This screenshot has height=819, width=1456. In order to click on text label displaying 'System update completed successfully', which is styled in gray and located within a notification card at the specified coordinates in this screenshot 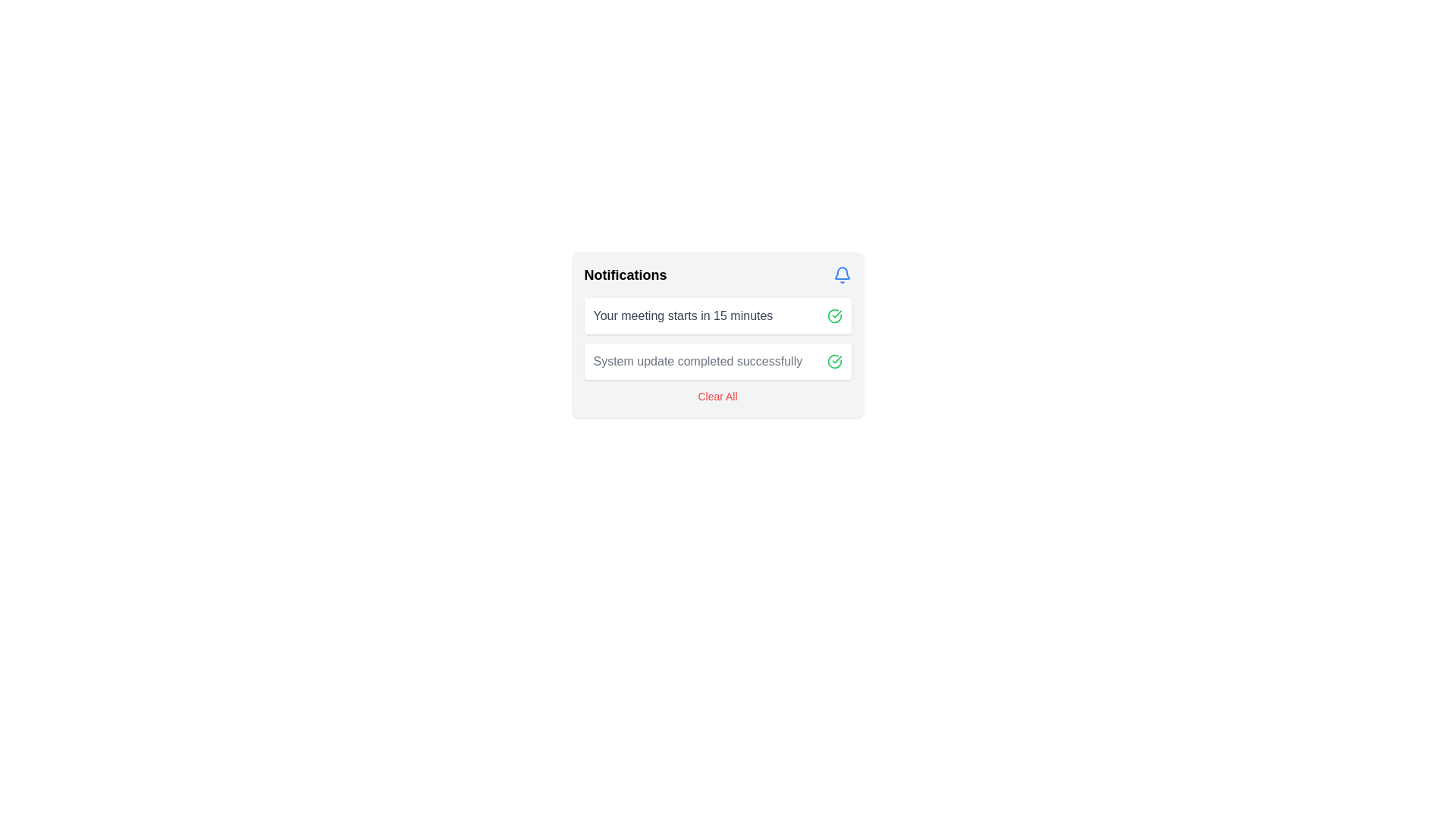, I will do `click(697, 362)`.